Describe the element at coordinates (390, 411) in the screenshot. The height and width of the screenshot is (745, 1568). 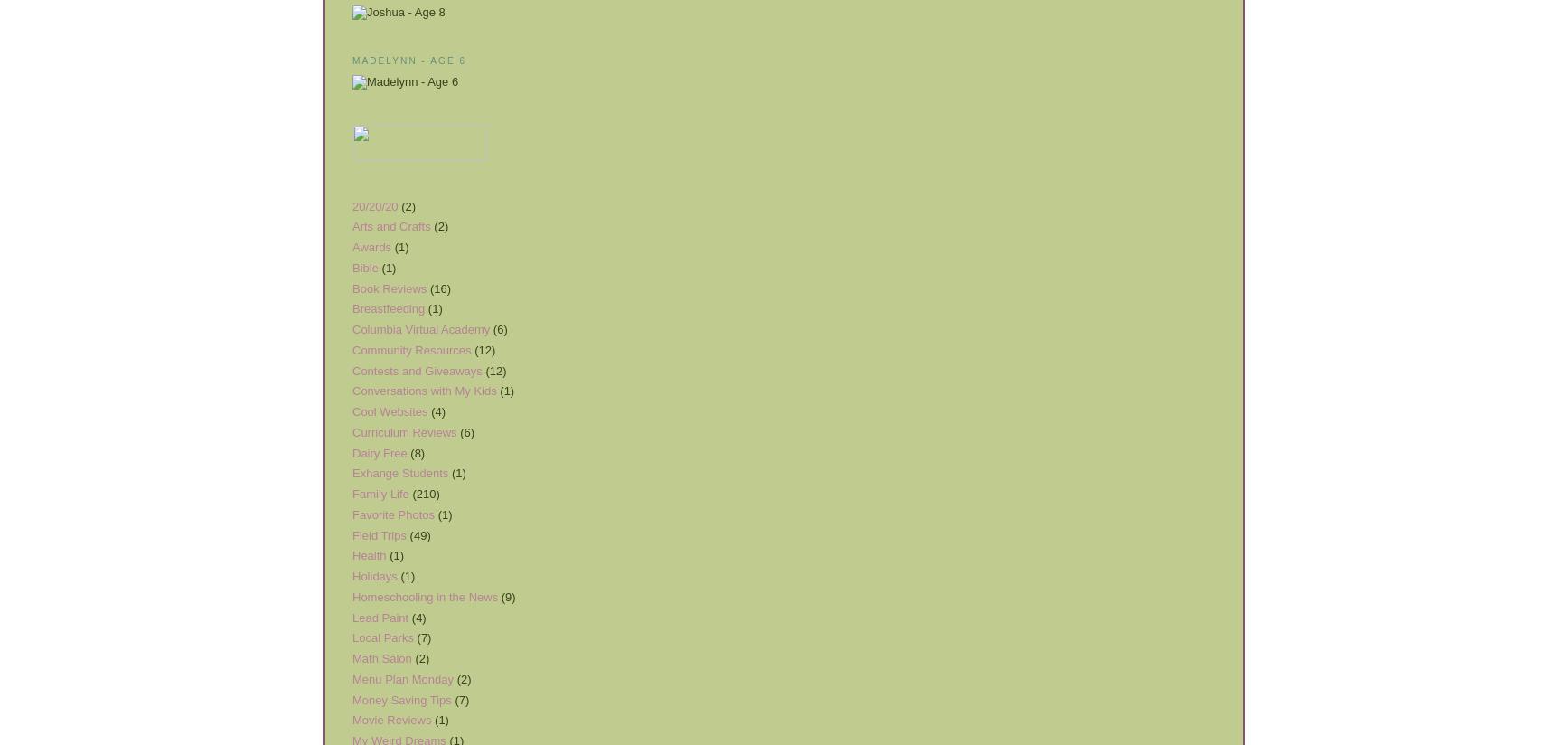
I see `'Cool Websites'` at that location.